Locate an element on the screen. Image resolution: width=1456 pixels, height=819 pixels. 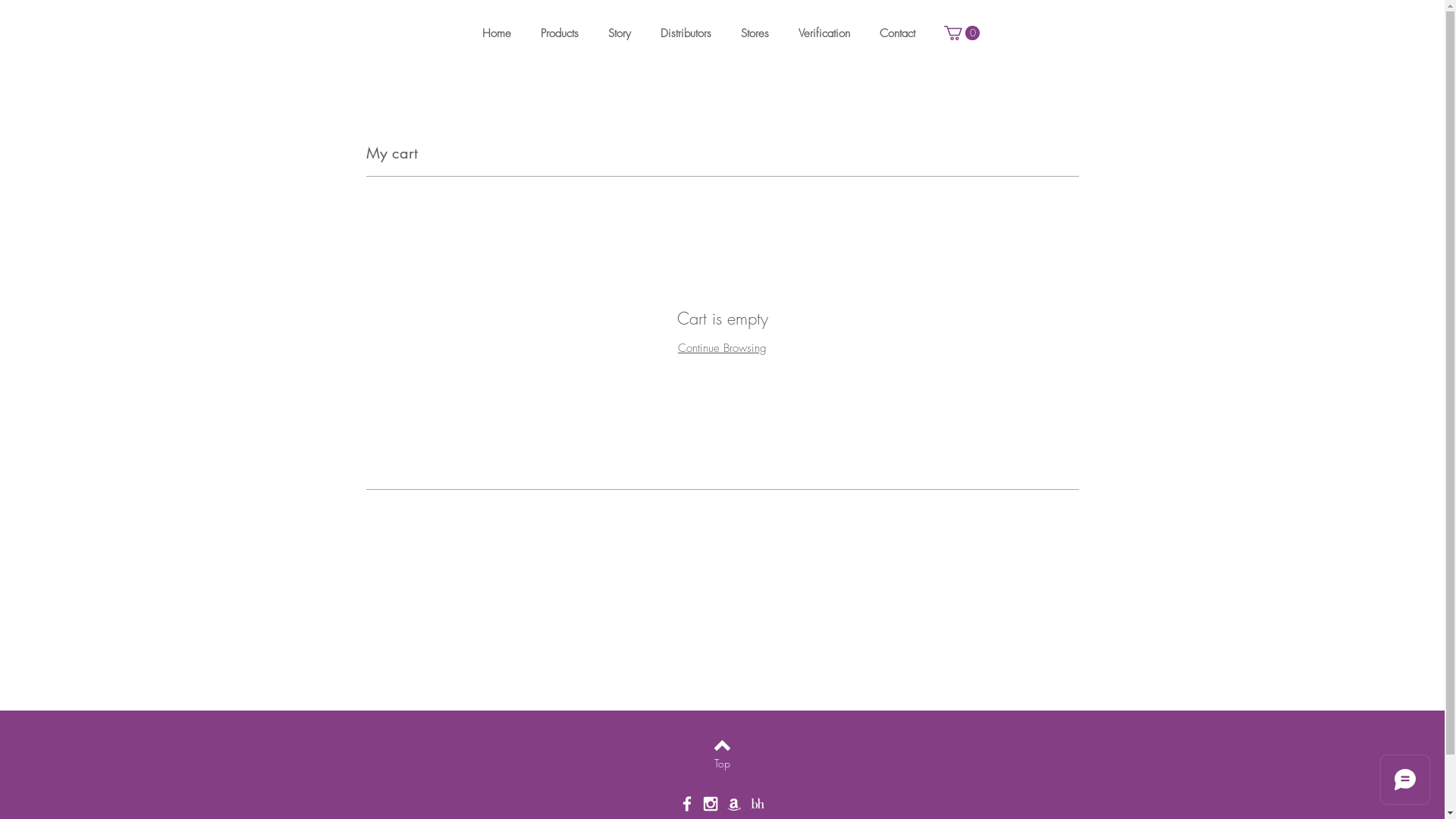
'Stores' is located at coordinates (757, 33).